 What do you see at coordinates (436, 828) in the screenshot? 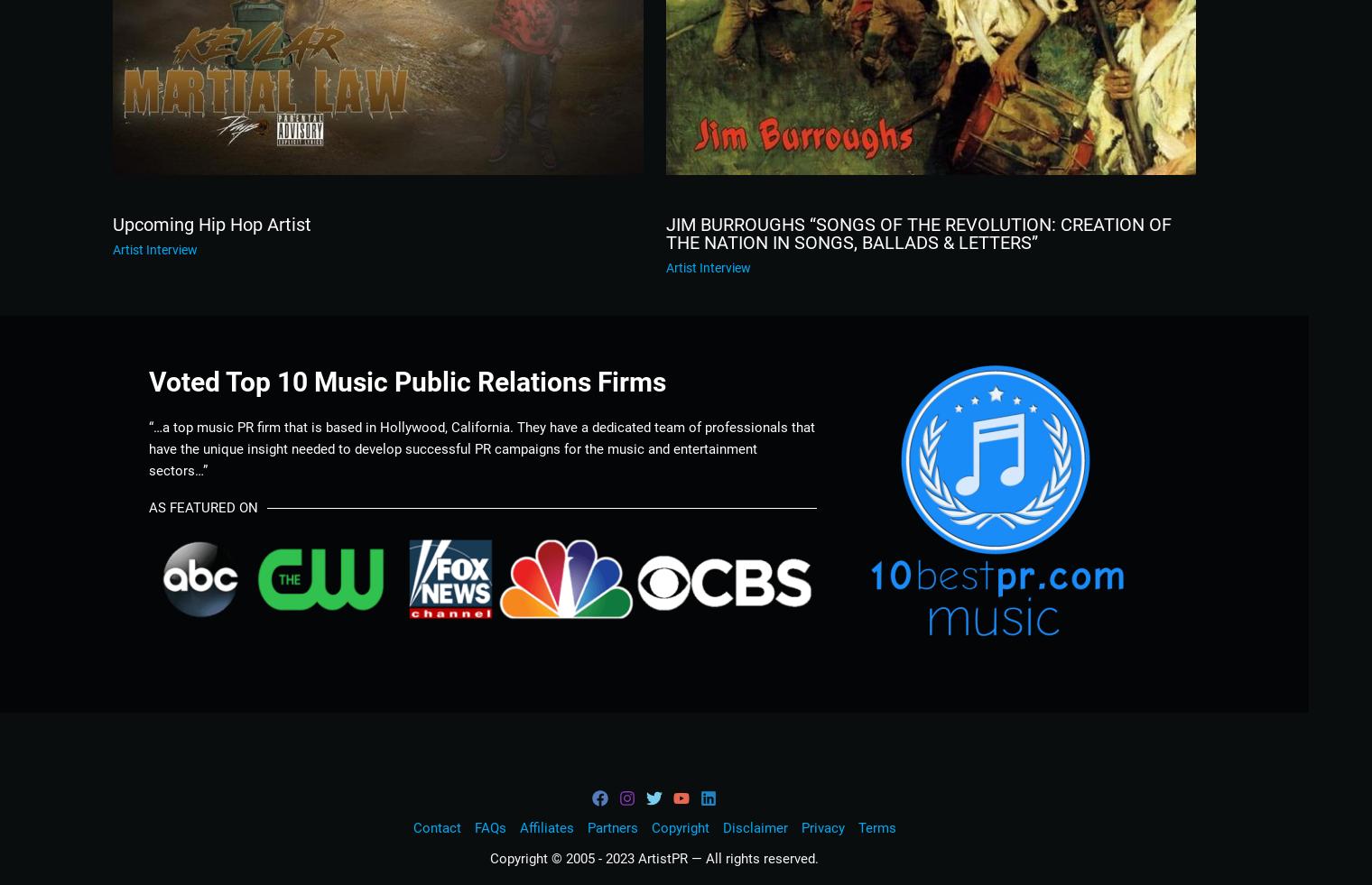
I see `'Contact'` at bounding box center [436, 828].